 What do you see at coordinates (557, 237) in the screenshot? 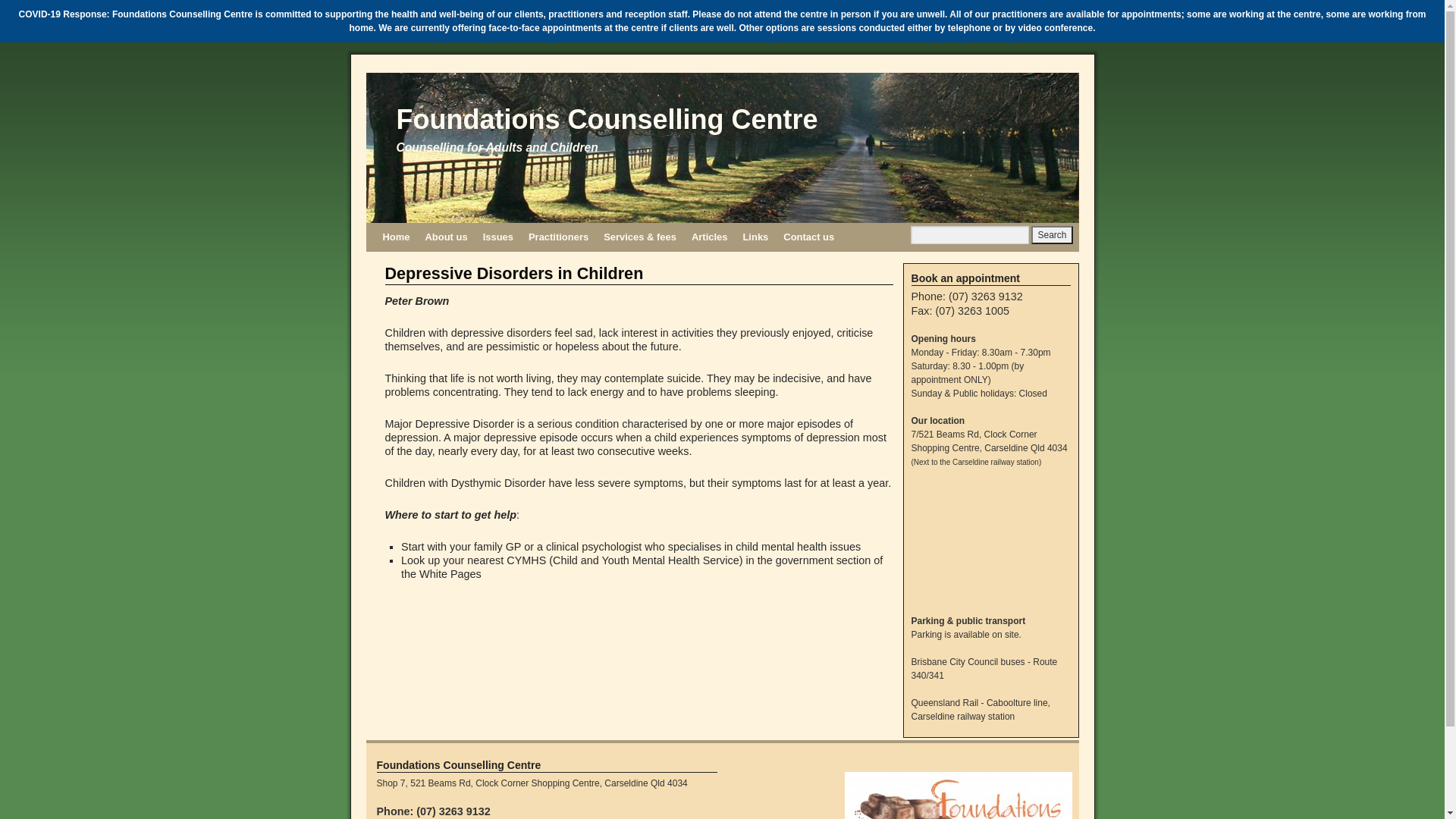
I see `'Practitioners'` at bounding box center [557, 237].